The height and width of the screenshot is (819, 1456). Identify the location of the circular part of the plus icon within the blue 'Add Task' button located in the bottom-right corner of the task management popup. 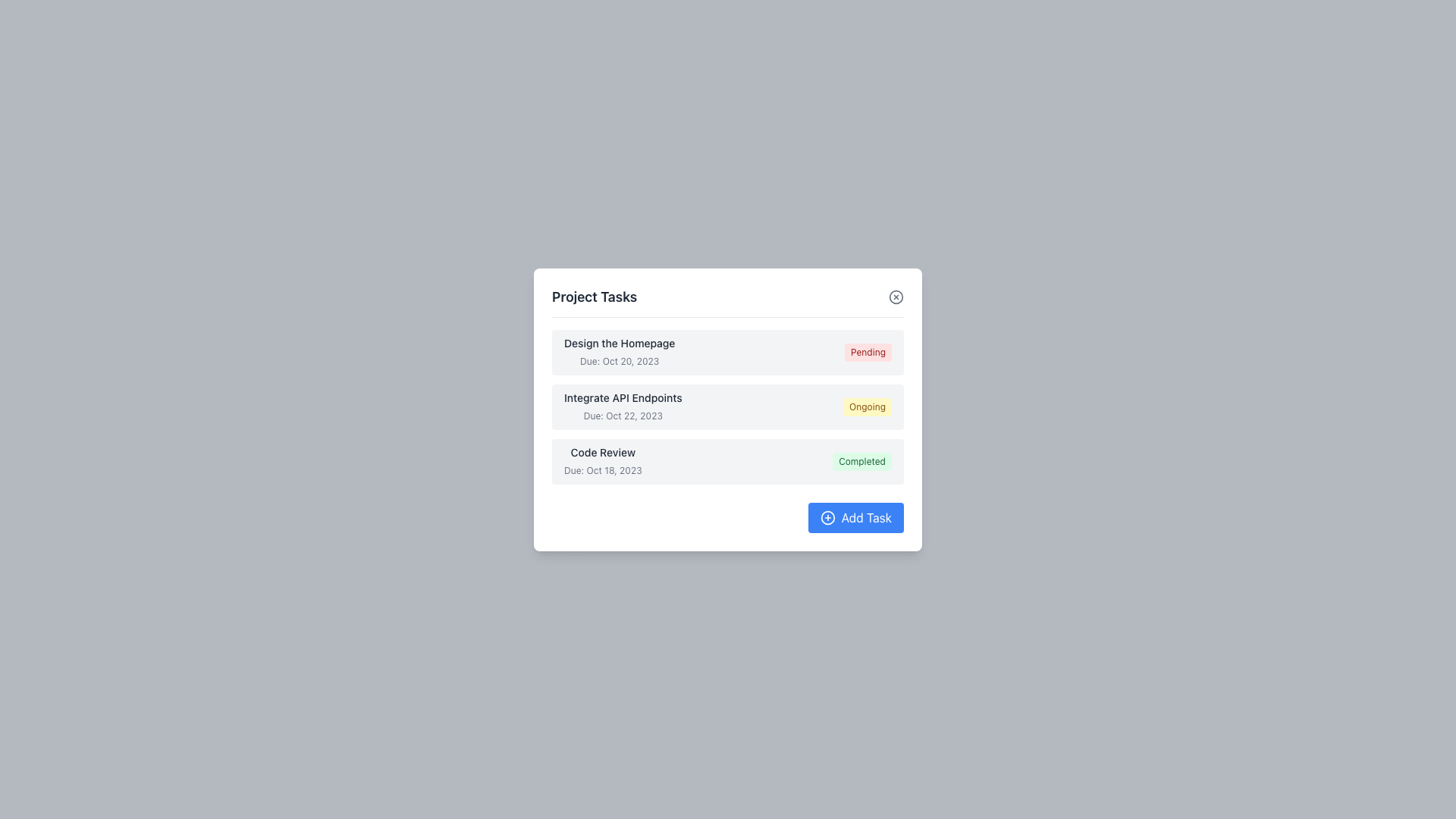
(827, 516).